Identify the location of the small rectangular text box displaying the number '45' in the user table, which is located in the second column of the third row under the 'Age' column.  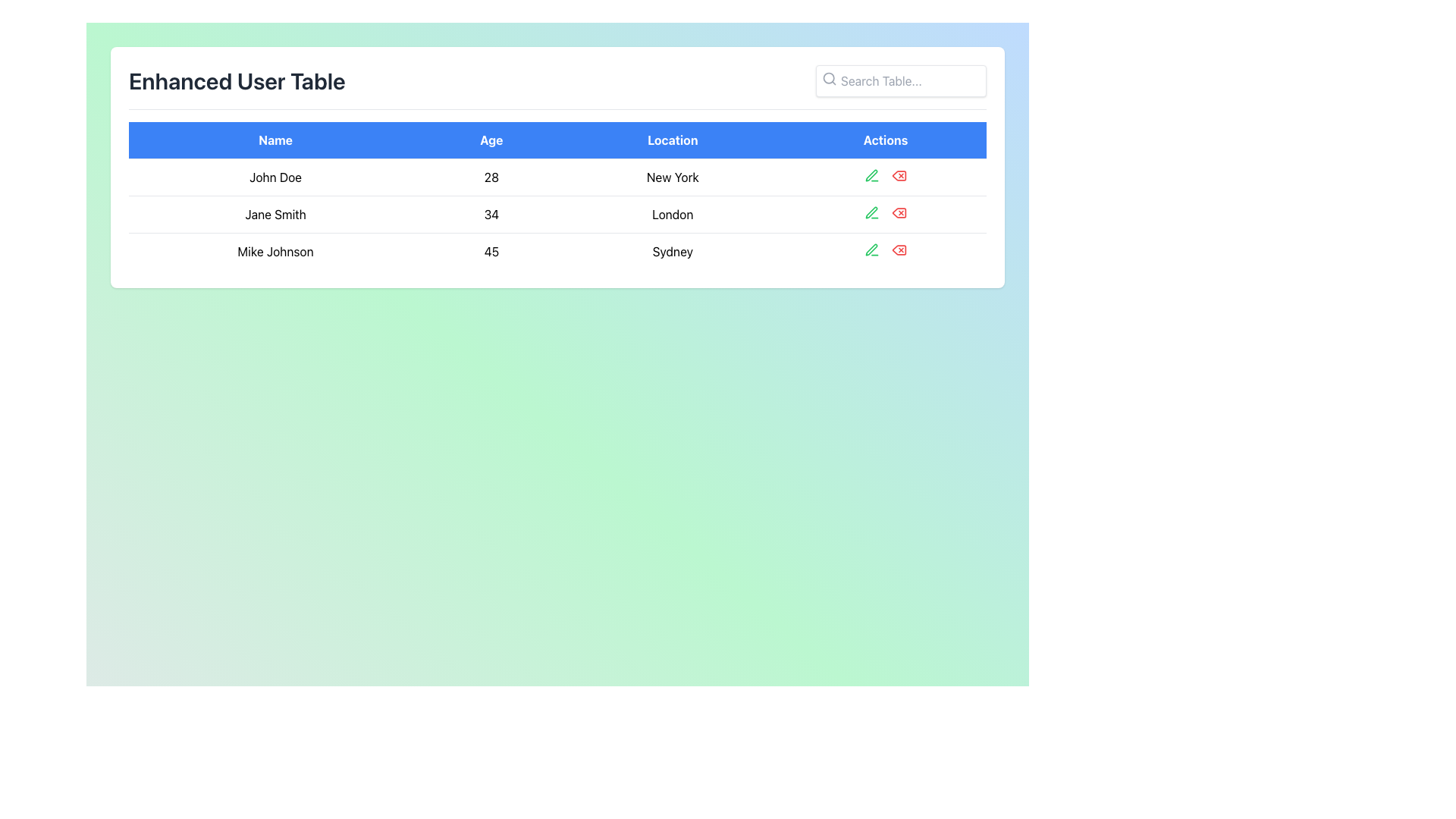
(491, 250).